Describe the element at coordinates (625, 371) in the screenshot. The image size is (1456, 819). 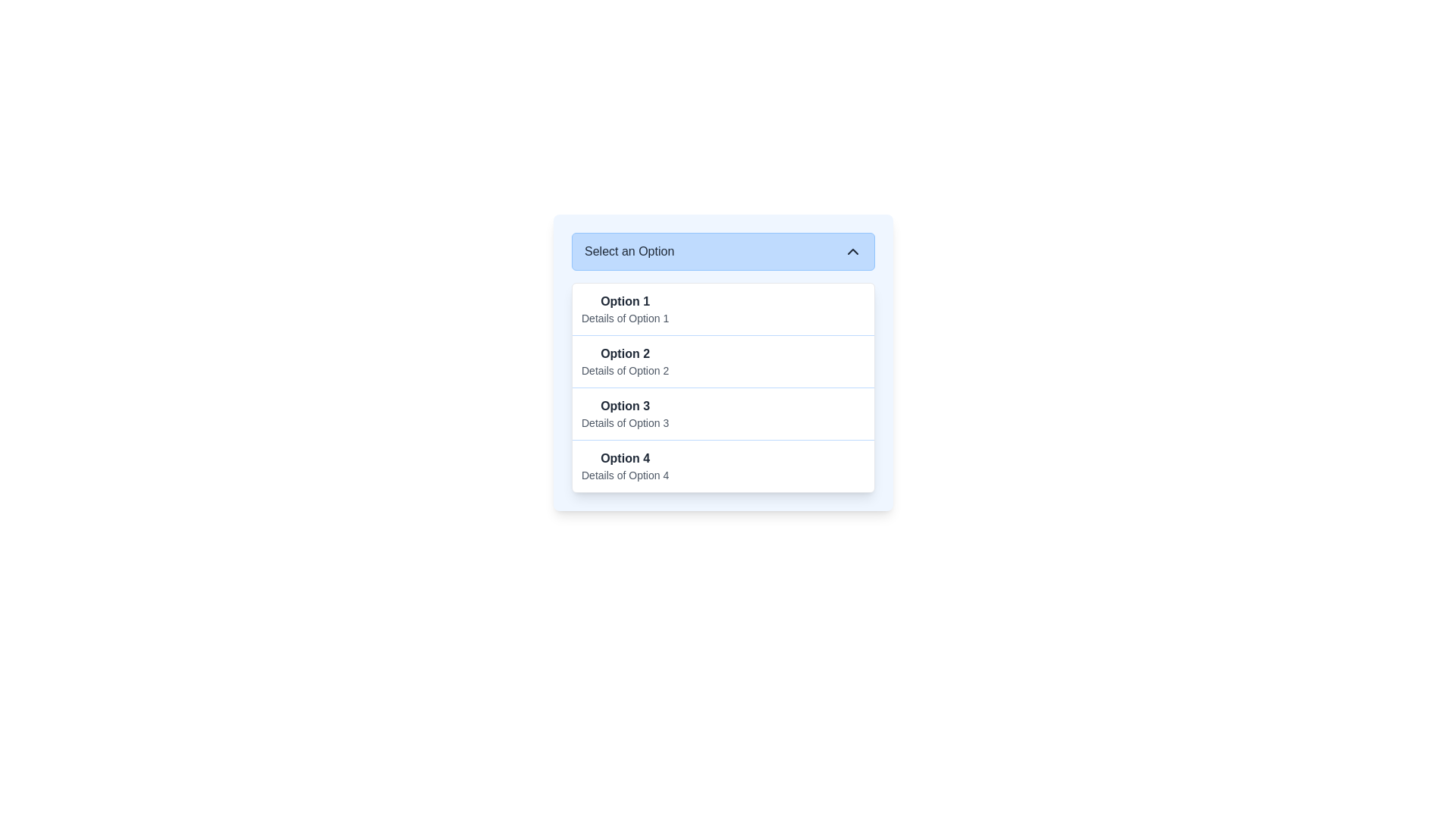
I see `the Text label providing additional descriptive information for the 'Option 2' choice in the dropdown menu, located beneath the row title 'Option 2'` at that location.